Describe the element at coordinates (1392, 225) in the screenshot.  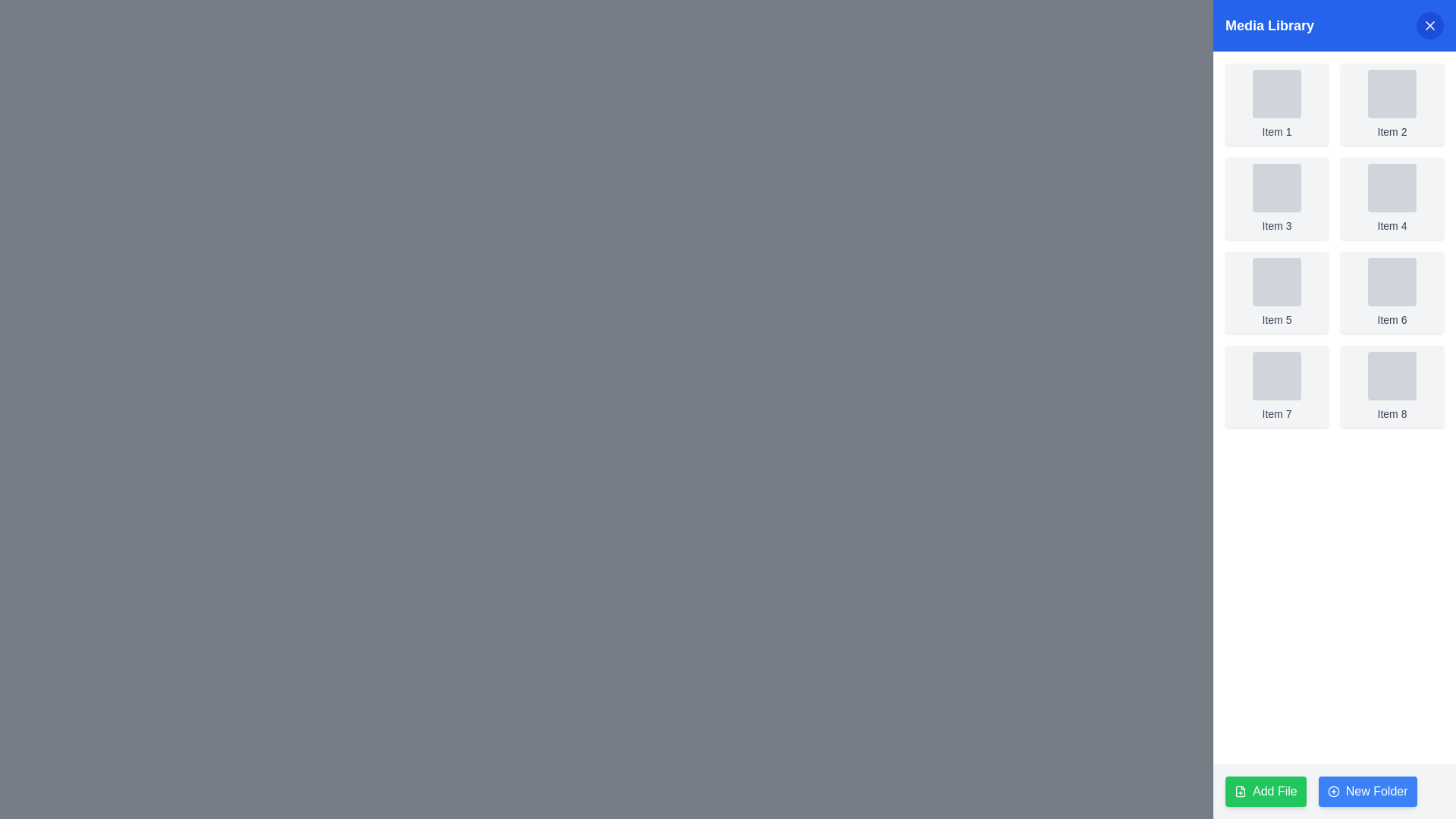
I see `the text label displaying 'Item 4' in the 'Media Library' section, located beneath the fourth item in the grid layout` at that location.